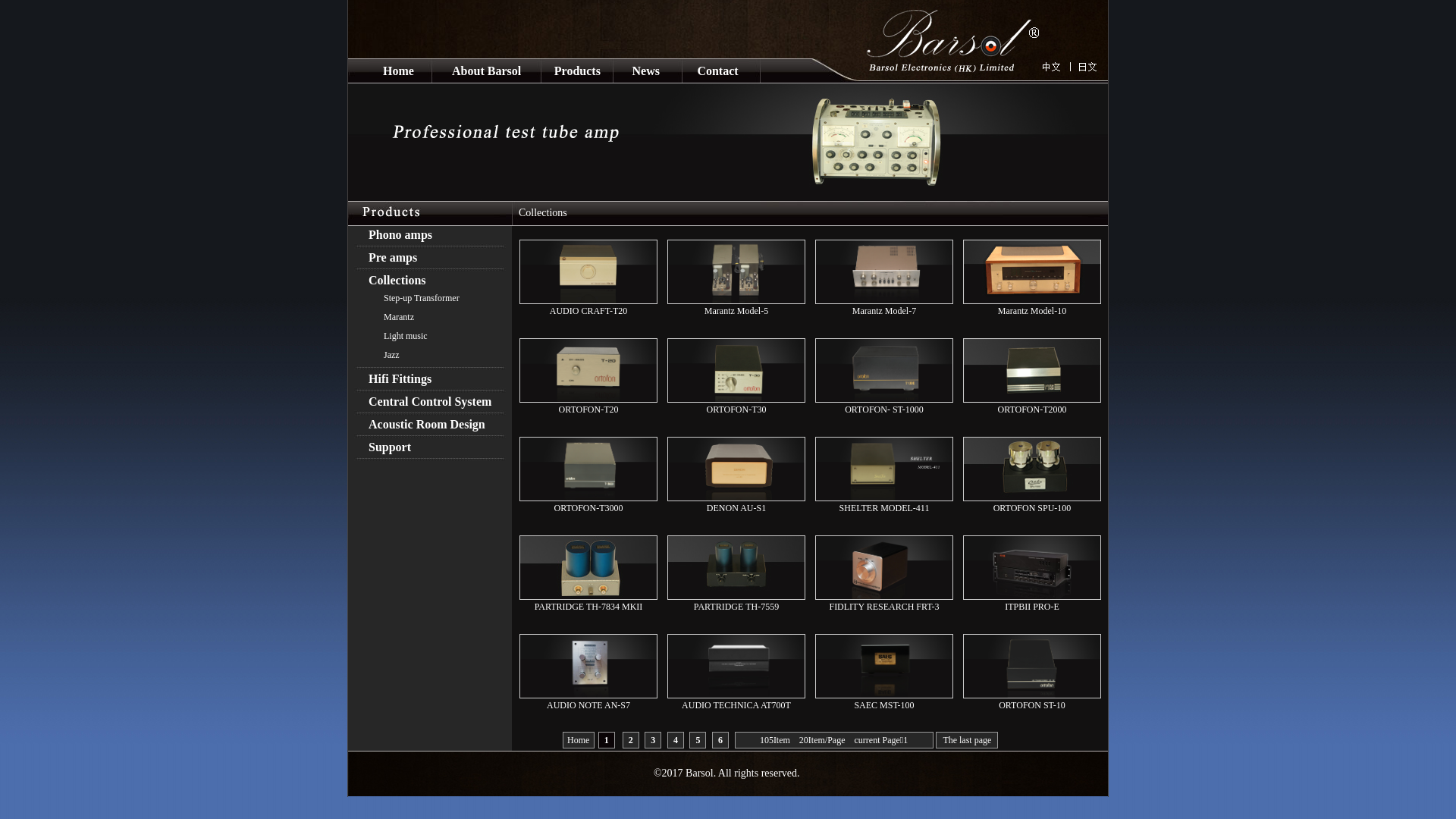  I want to click on 'AUDIO CRAFT-T20', so click(588, 309).